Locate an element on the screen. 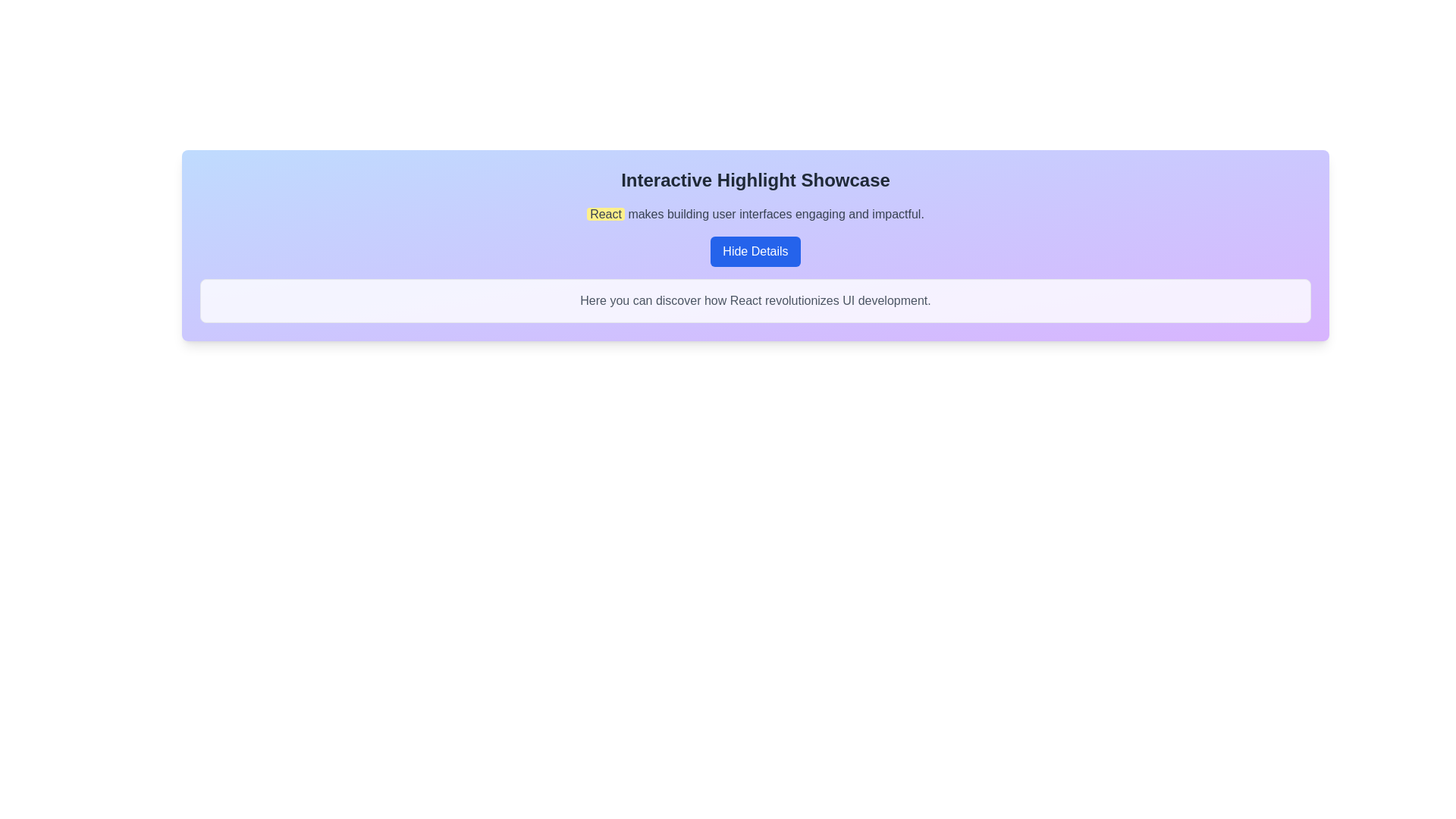  the text element that displays 'Here you can discover how React revolutionizes UI development.' within a white rounded rectangle at the lower section of the card area is located at coordinates (755, 301).